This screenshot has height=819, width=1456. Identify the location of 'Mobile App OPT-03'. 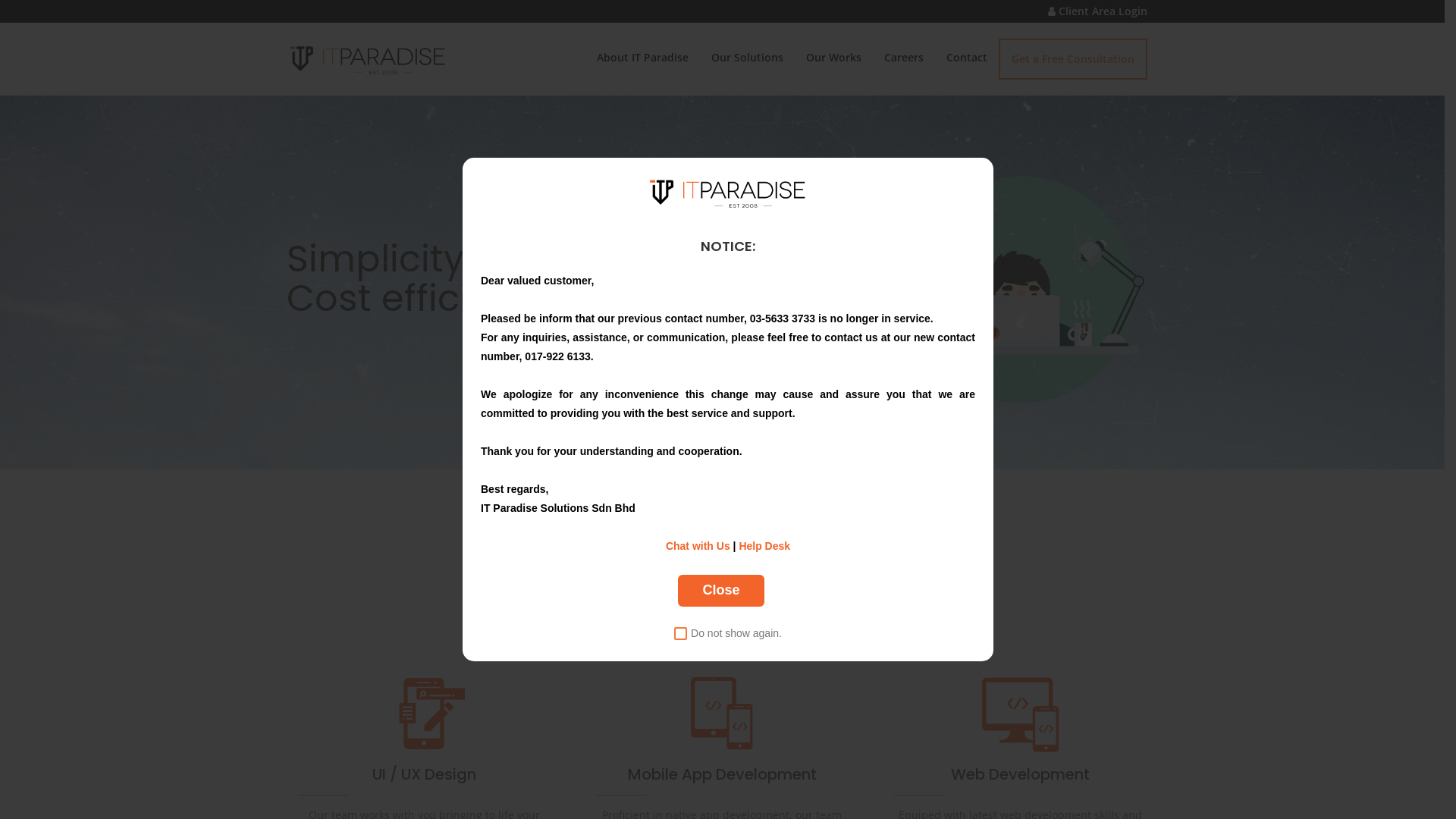
(720, 714).